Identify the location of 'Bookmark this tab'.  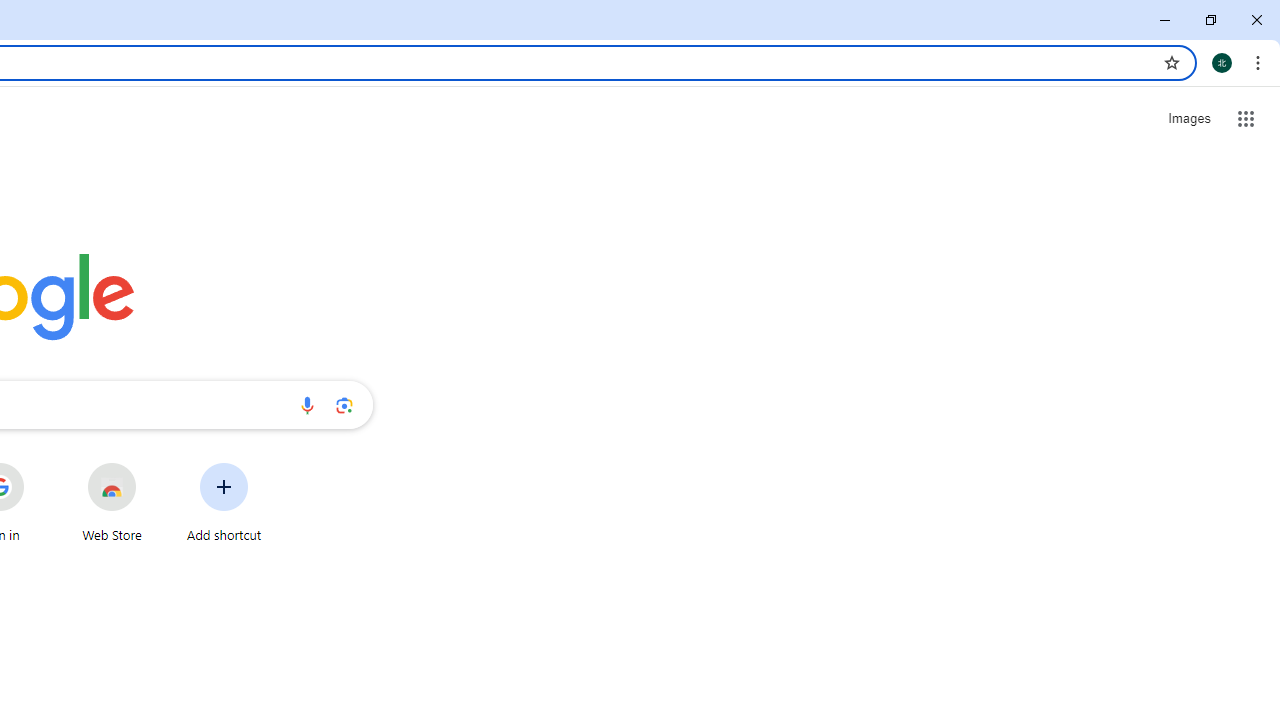
(1171, 61).